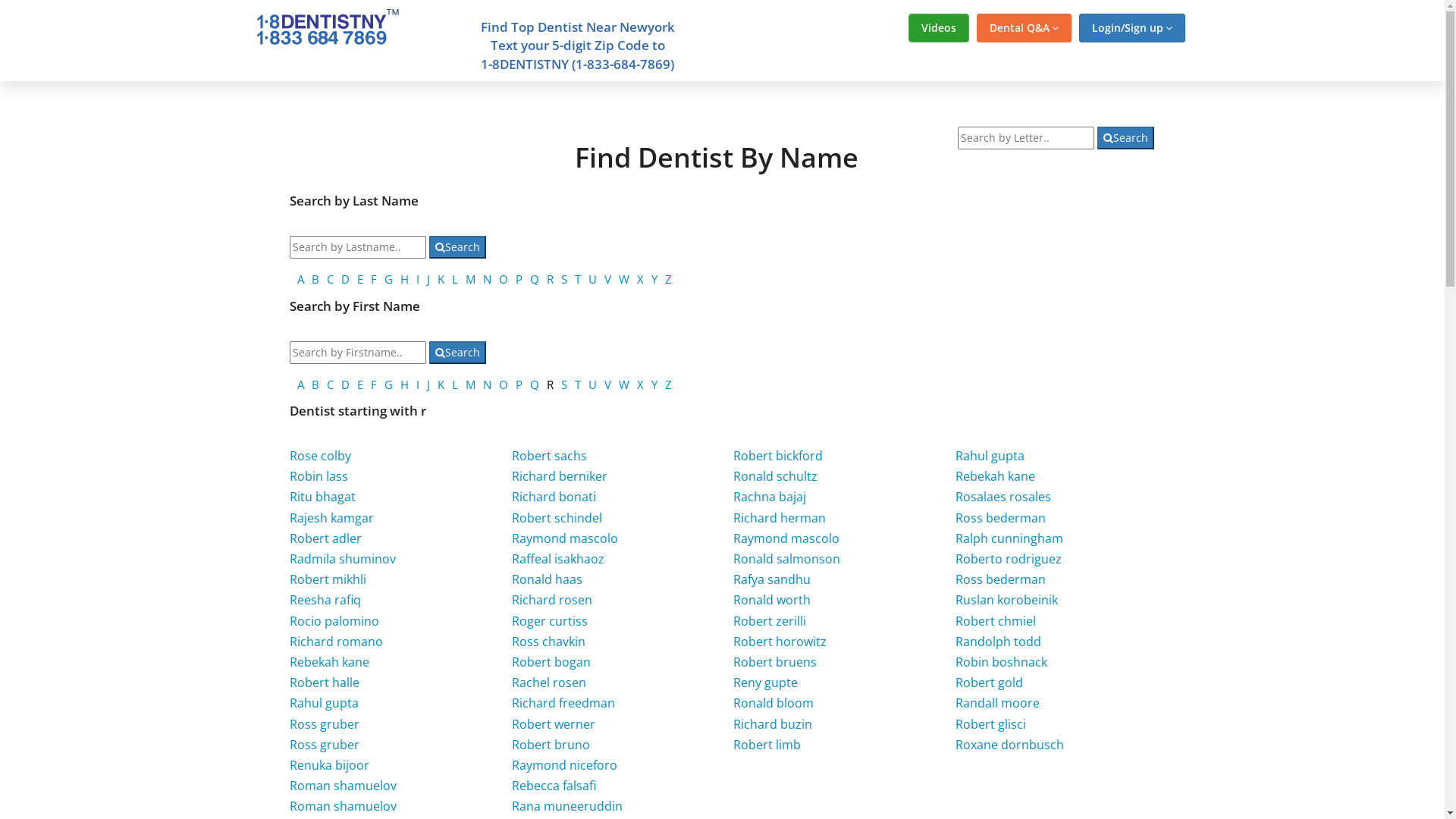 The image size is (1456, 819). Describe the element at coordinates (667, 383) in the screenshot. I see `'Z'` at that location.